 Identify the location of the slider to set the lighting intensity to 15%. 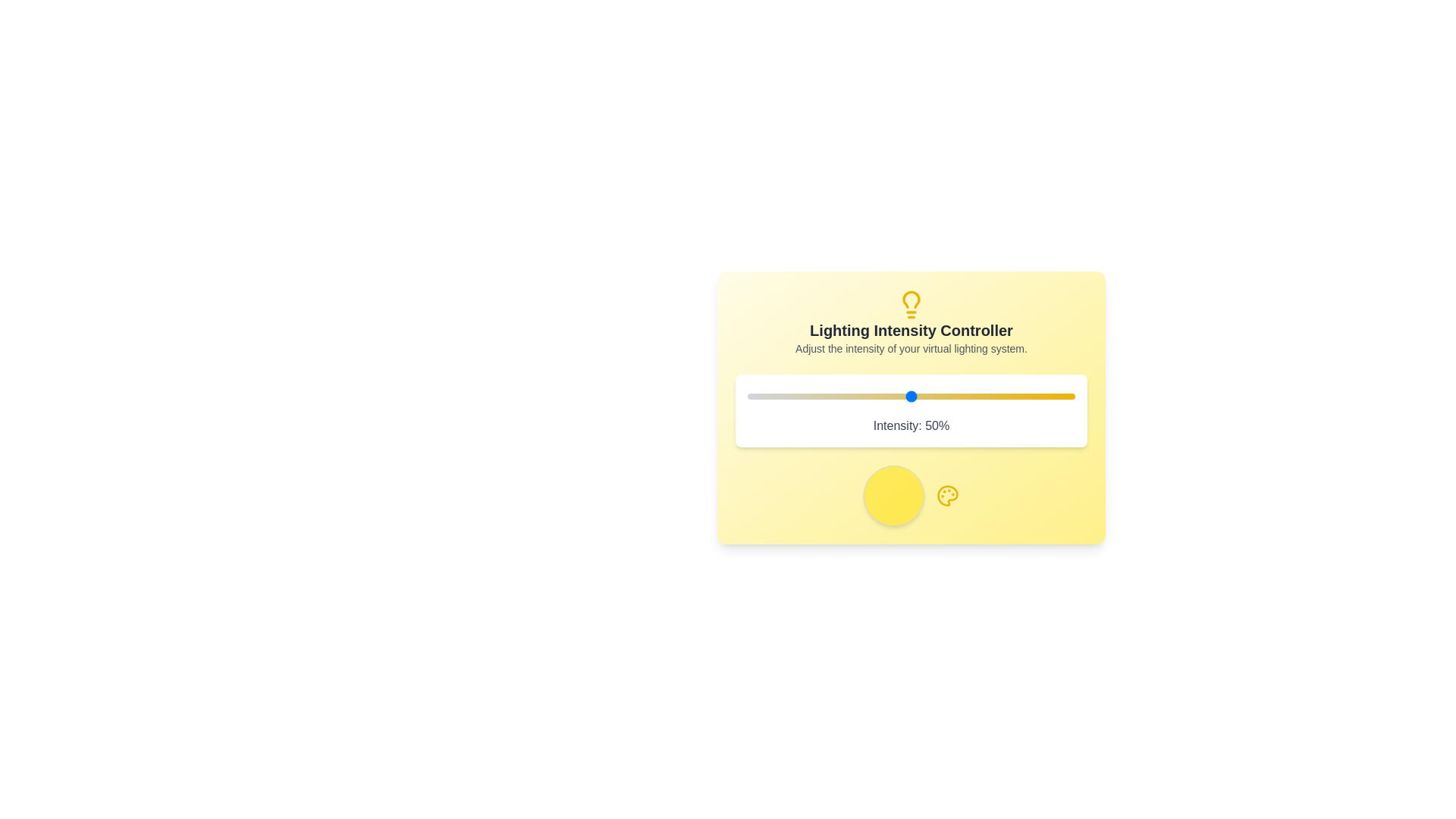
(795, 396).